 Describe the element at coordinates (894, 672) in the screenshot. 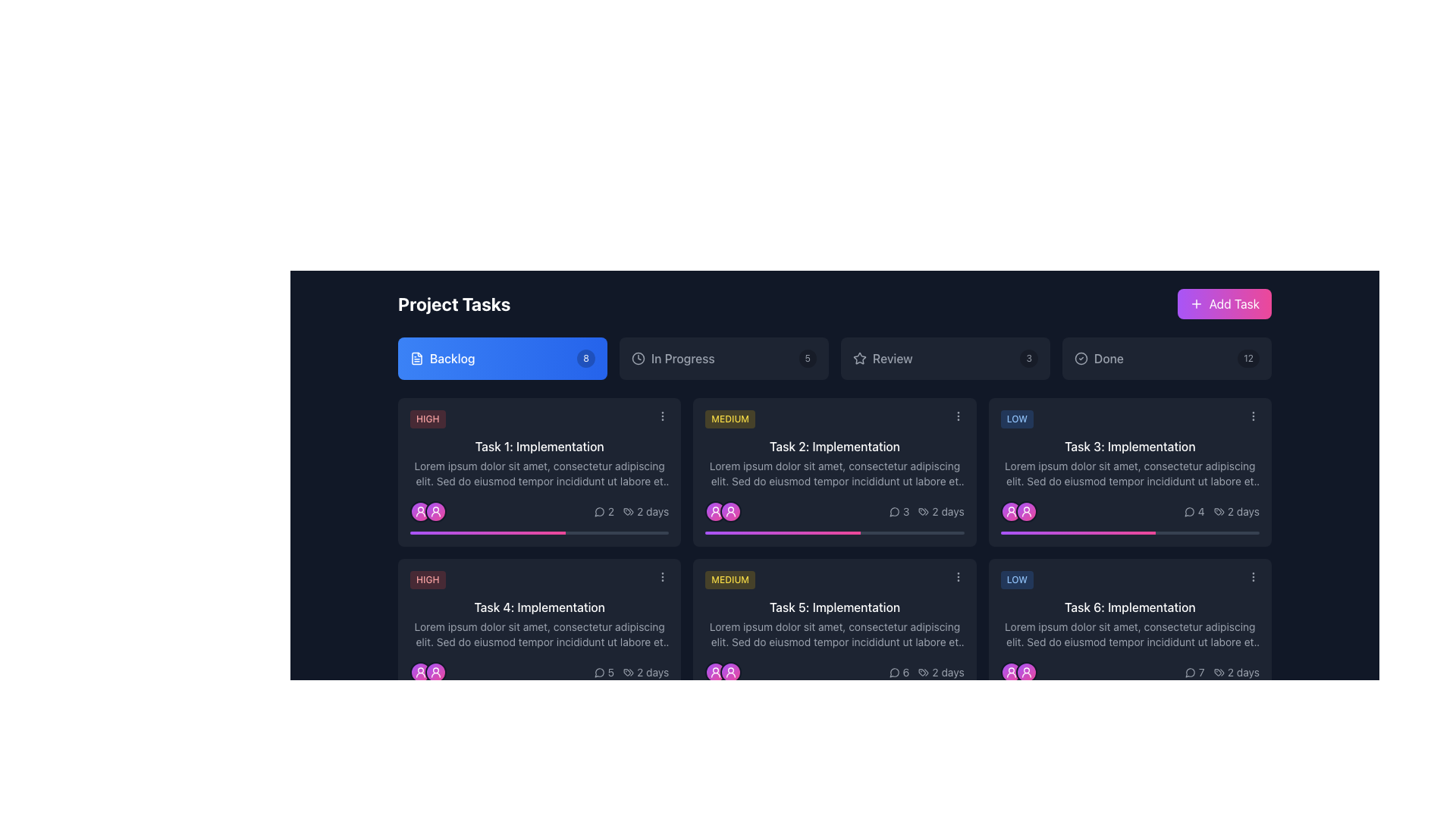

I see `the comments icon located at the bottom-right corner of the card labeled 'Task 6: Implementation', positioned immediately to the left of the text '6'` at that location.